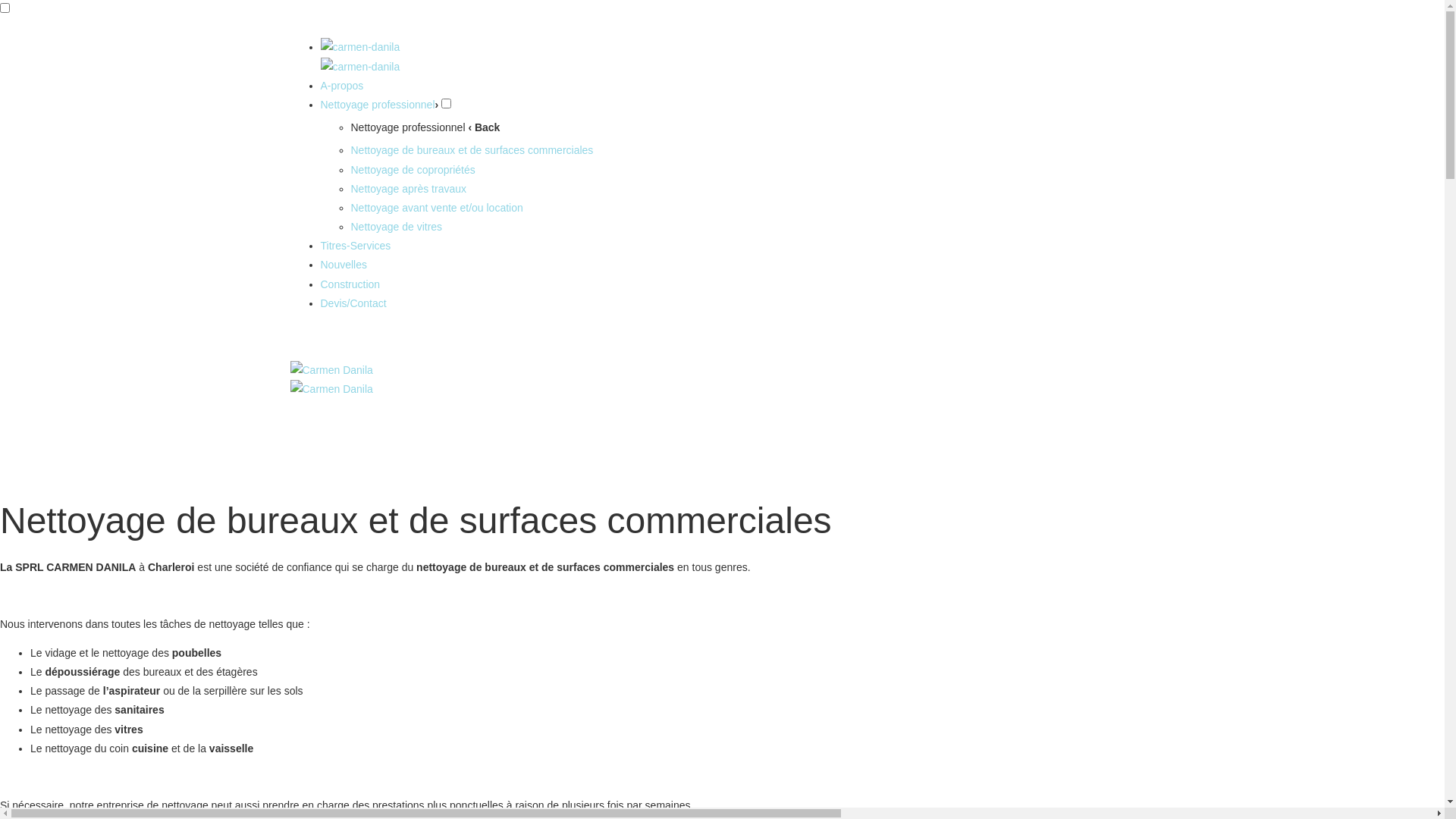  I want to click on 'Nettoyage de vitres', so click(349, 227).